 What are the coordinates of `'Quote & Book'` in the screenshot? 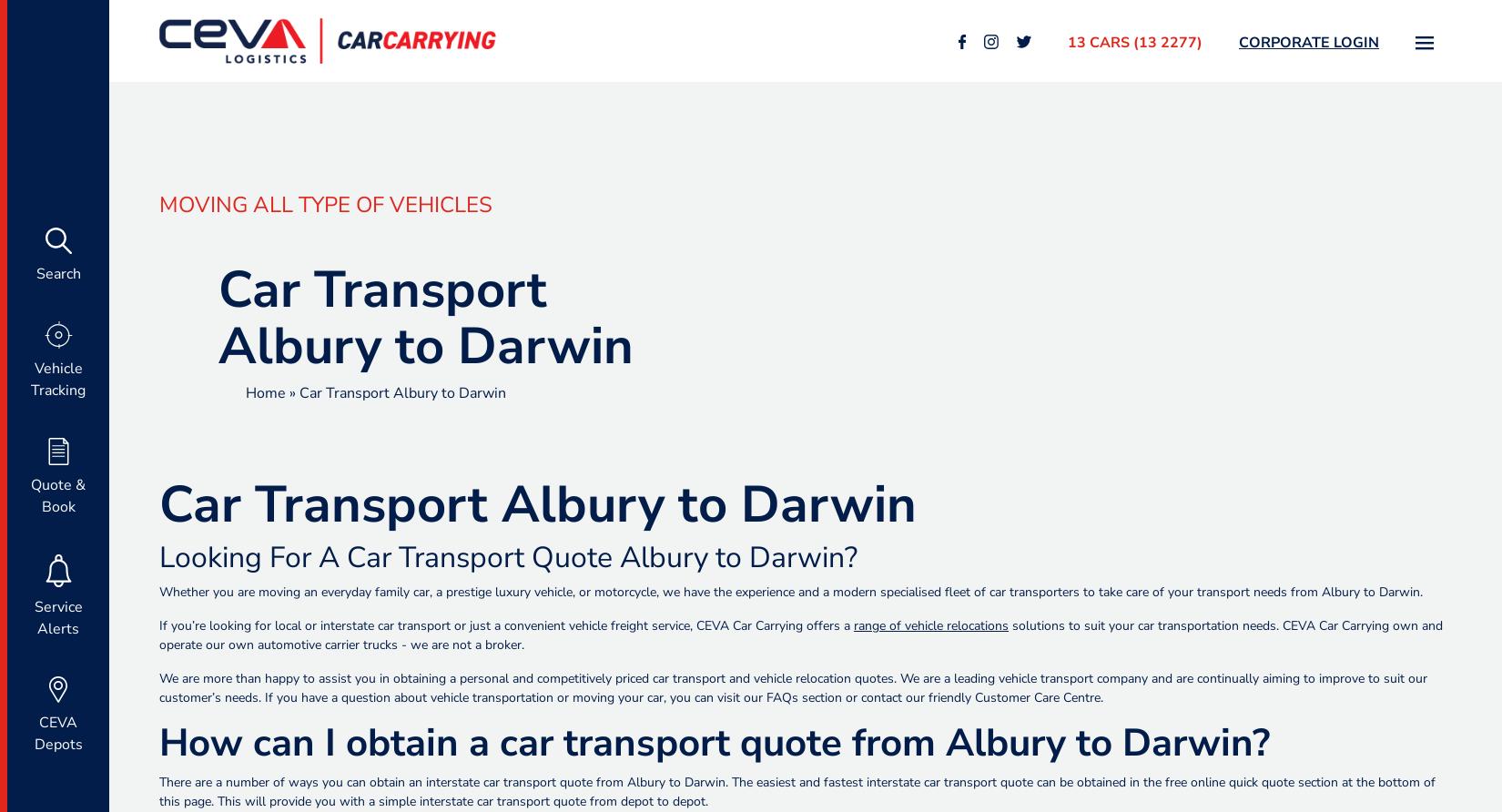 It's located at (58, 496).